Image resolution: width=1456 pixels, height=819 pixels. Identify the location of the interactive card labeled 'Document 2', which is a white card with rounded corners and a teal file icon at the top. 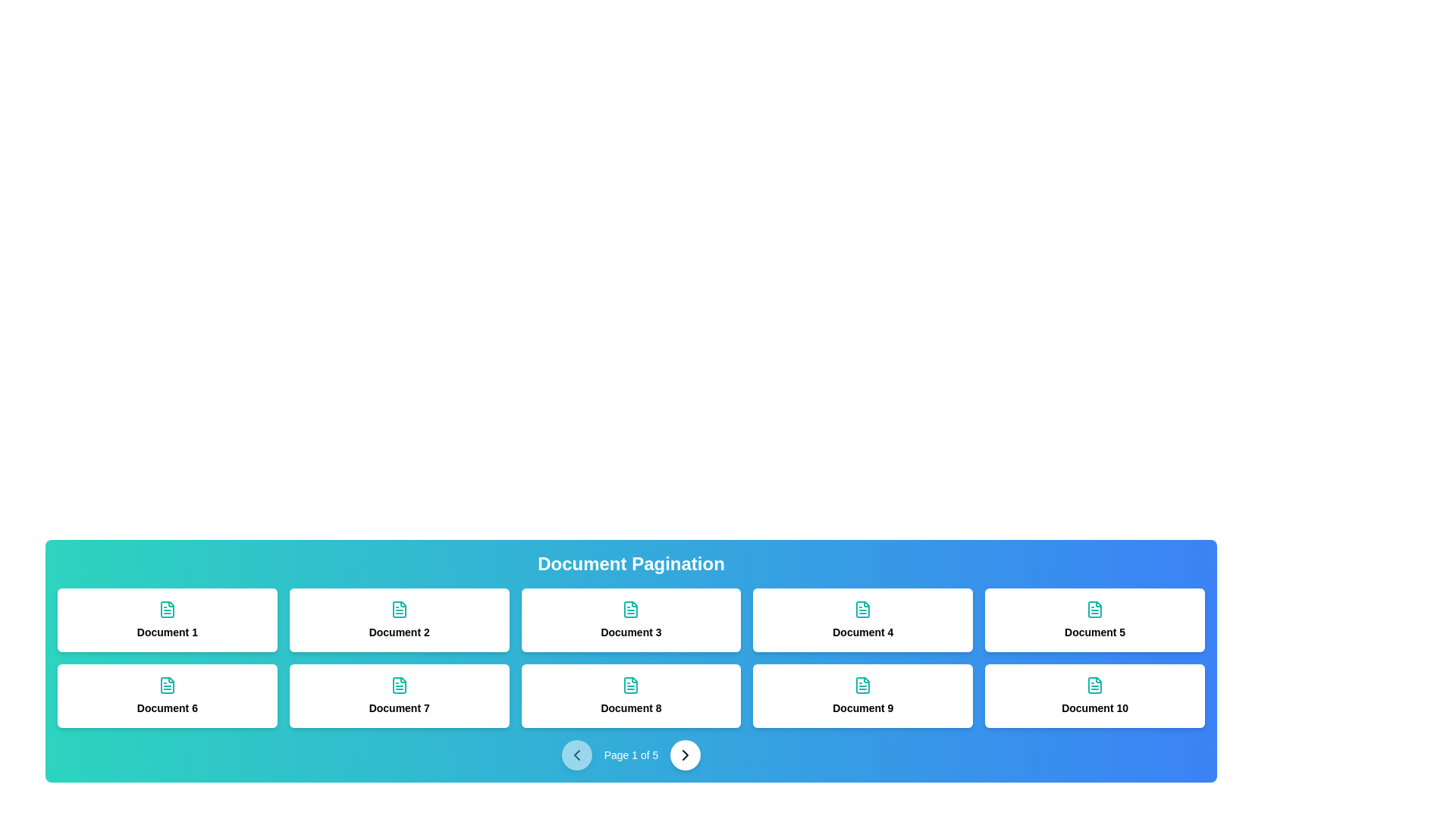
(399, 620).